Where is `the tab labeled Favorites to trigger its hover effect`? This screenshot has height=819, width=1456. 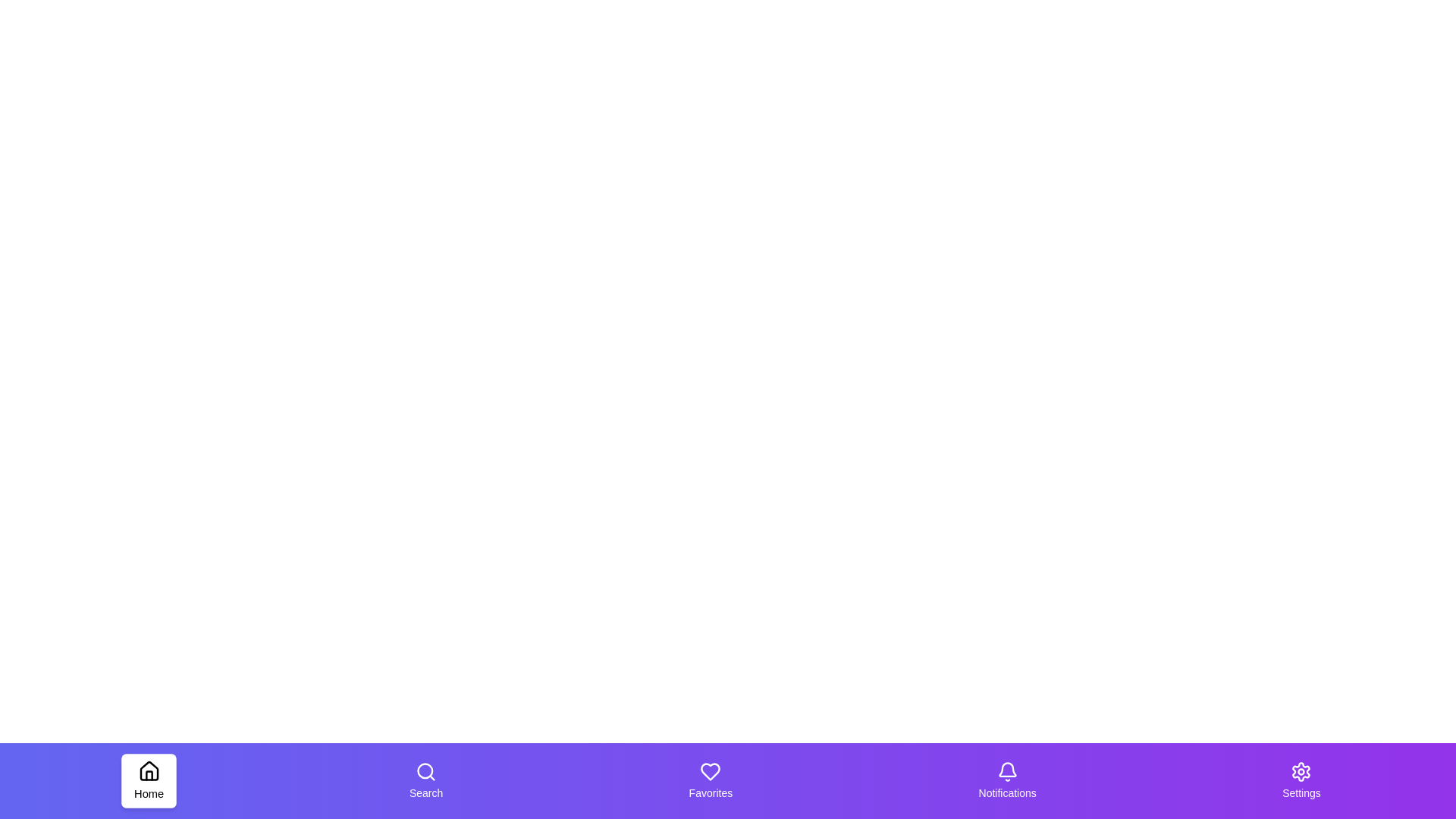
the tab labeled Favorites to trigger its hover effect is located at coordinates (709, 780).